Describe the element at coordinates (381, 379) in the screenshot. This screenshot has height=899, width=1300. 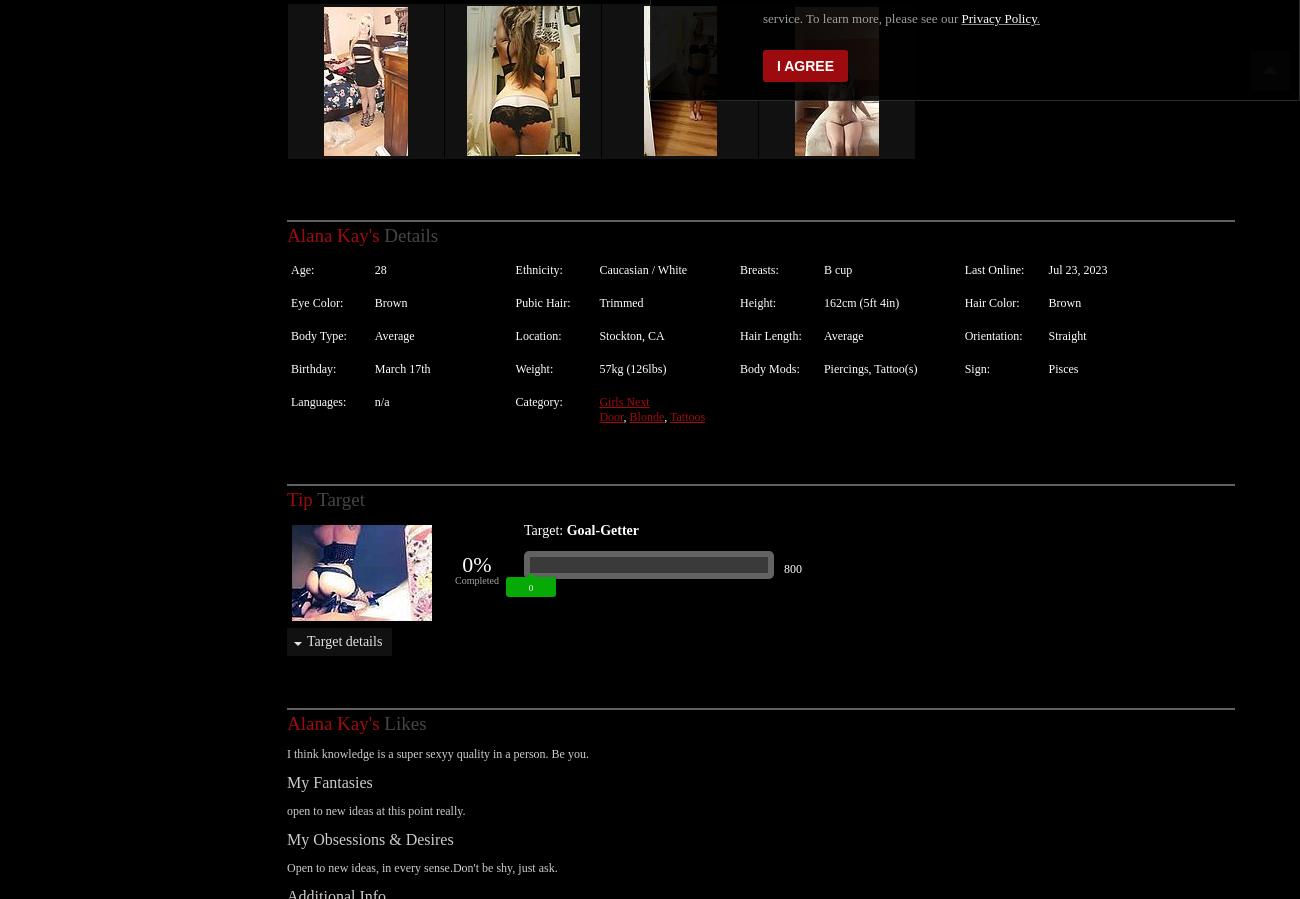
I see `'n/a'` at that location.